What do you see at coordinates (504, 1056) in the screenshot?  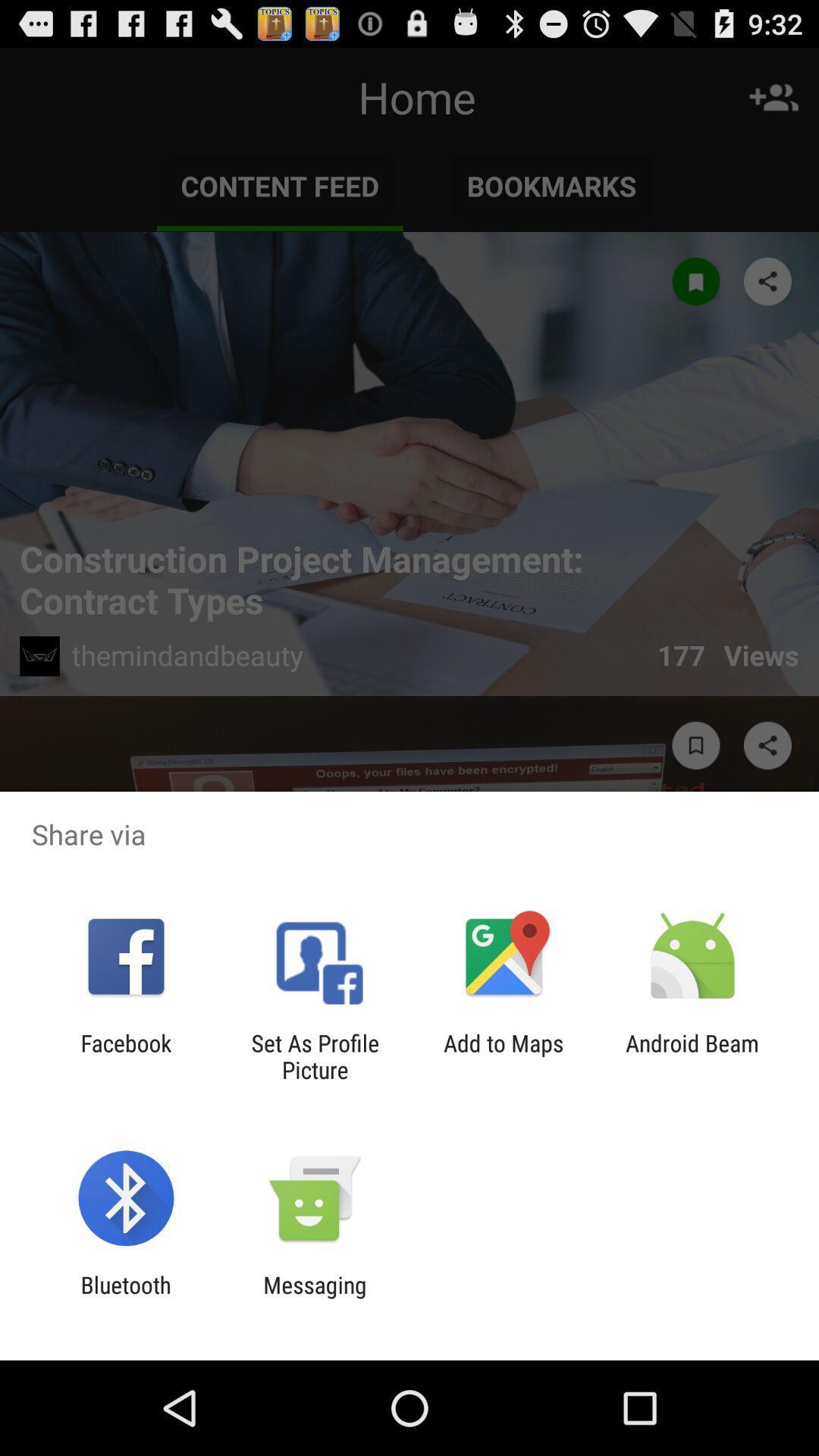 I see `the app to the right of set as profile` at bounding box center [504, 1056].